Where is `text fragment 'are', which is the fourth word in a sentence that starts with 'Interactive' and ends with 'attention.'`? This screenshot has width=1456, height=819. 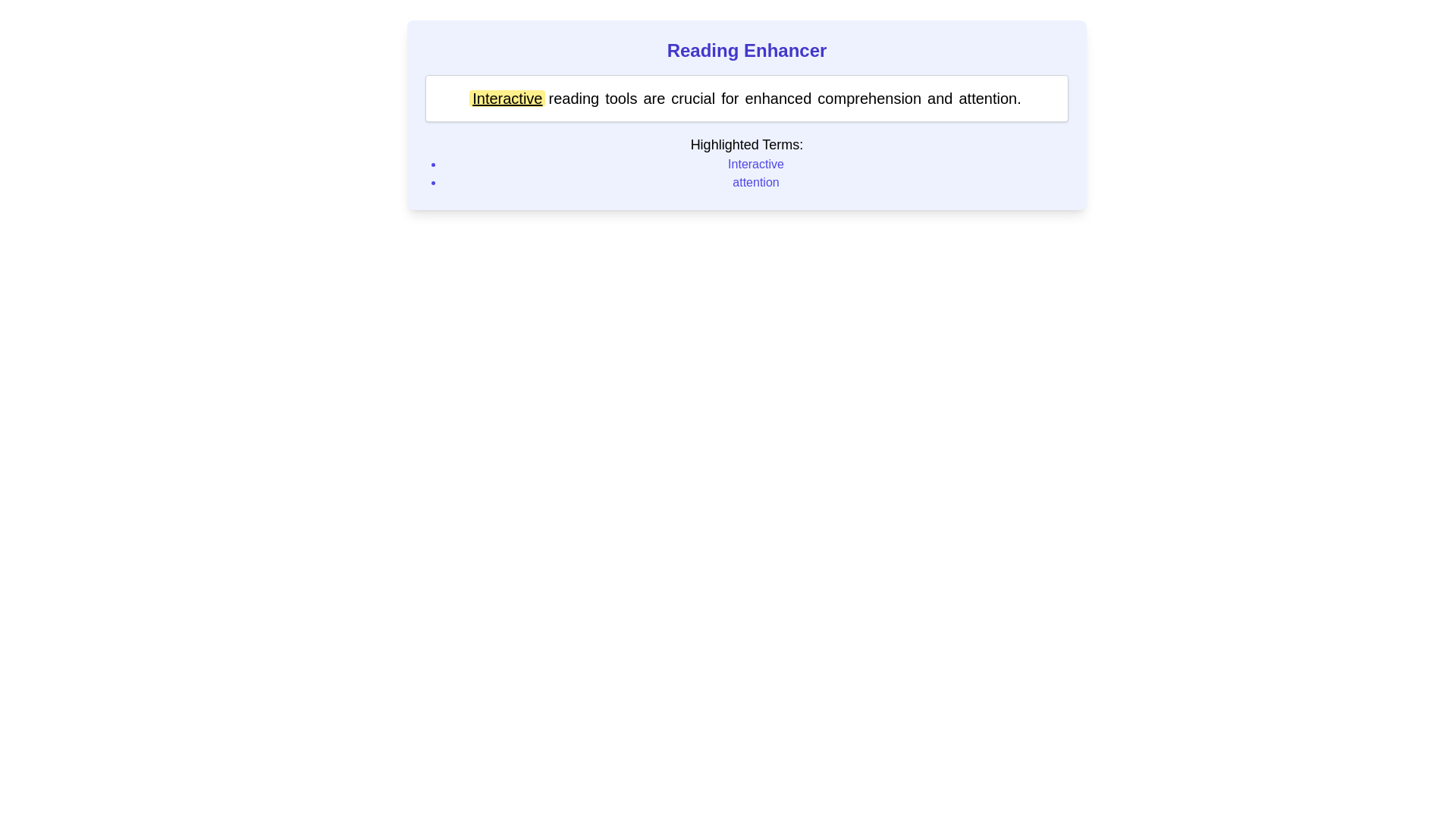 text fragment 'are', which is the fourth word in a sentence that starts with 'Interactive' and ends with 'attention.' is located at coordinates (654, 99).